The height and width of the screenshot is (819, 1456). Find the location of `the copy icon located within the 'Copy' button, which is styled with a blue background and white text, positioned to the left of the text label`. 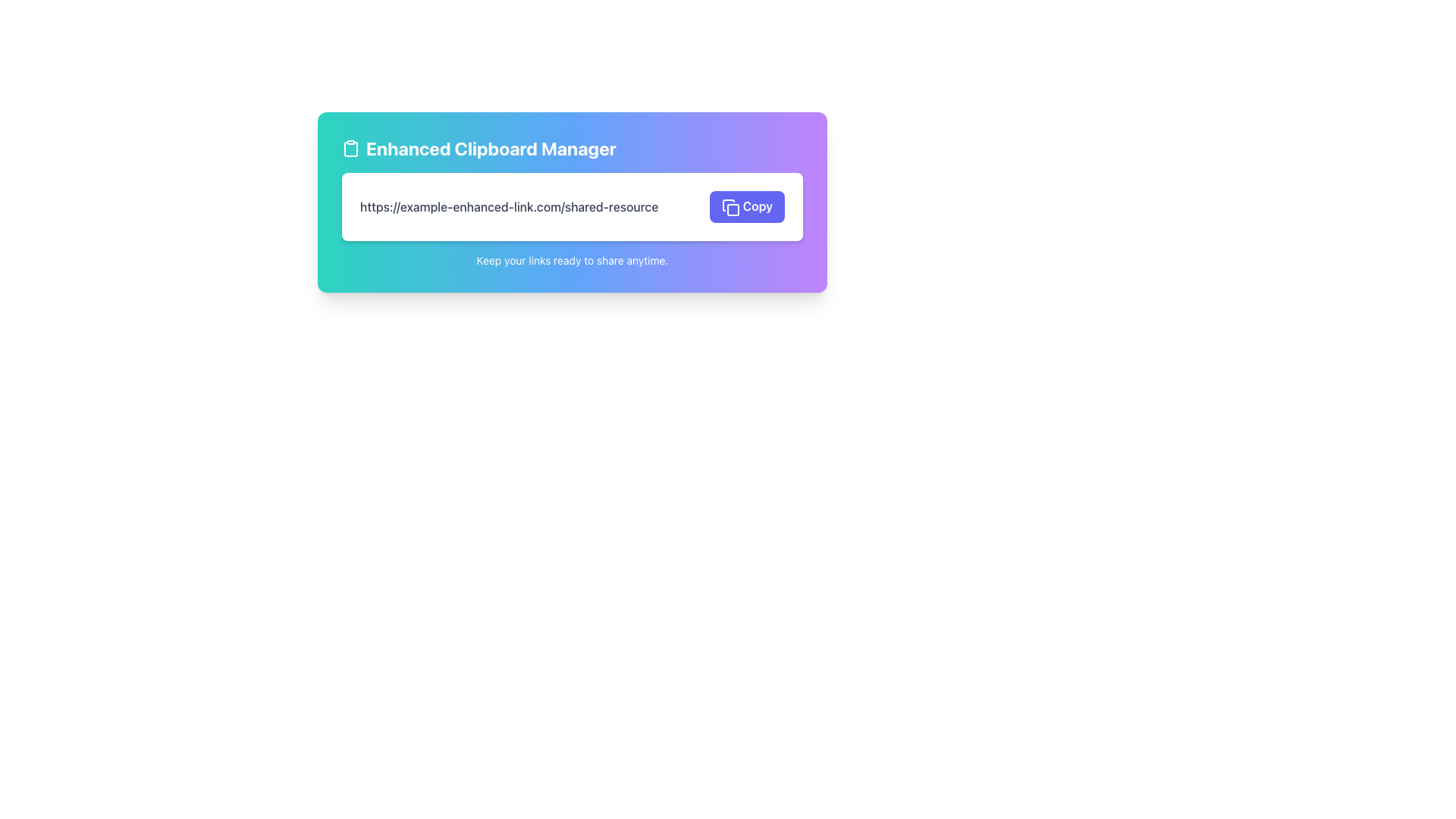

the copy icon located within the 'Copy' button, which is styled with a blue background and white text, positioned to the left of the text label is located at coordinates (730, 207).